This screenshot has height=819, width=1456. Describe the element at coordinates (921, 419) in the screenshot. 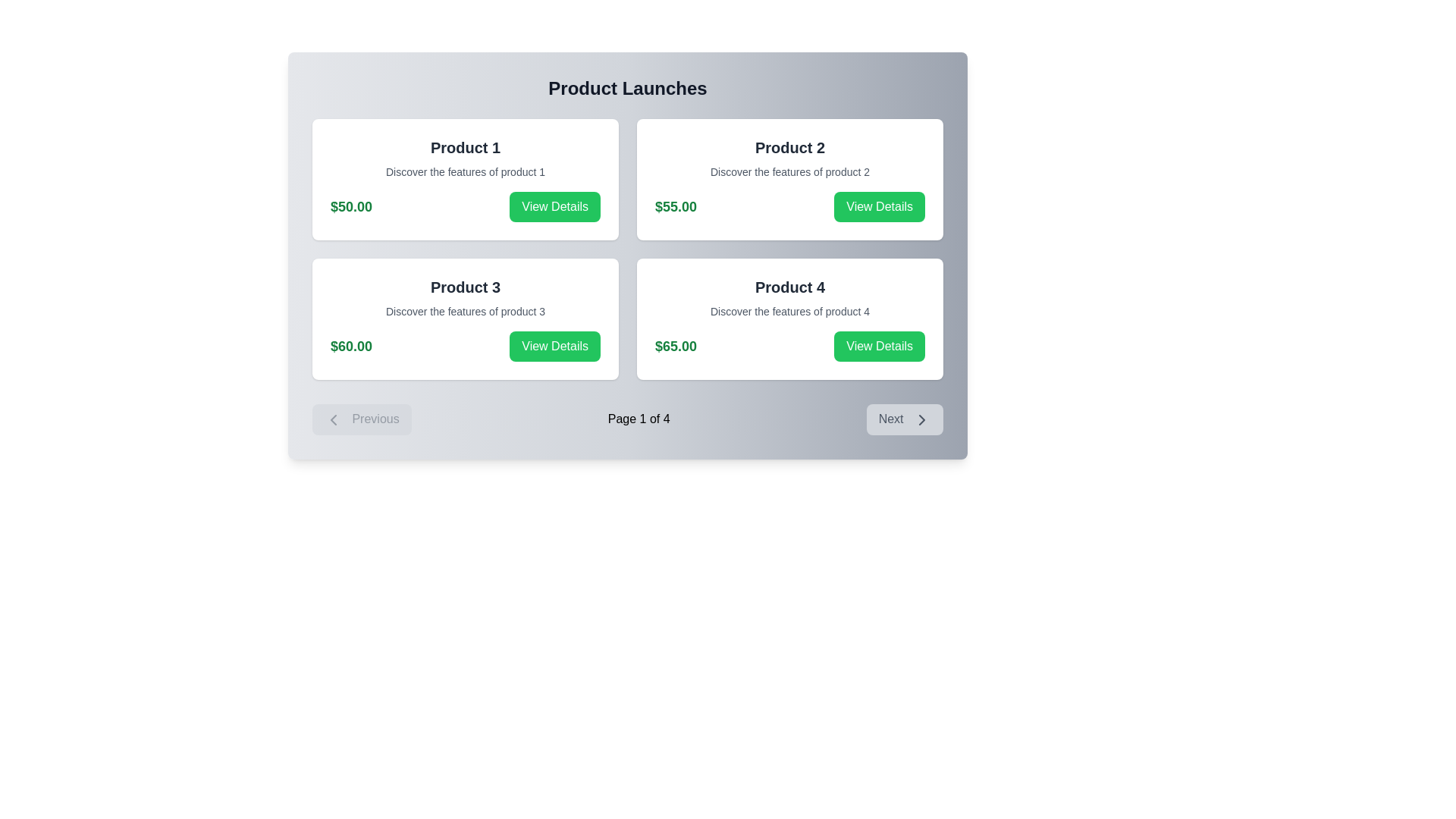

I see `the visual indicator icon located on the rightmost side of the 'Next' button to enhance its usability` at that location.